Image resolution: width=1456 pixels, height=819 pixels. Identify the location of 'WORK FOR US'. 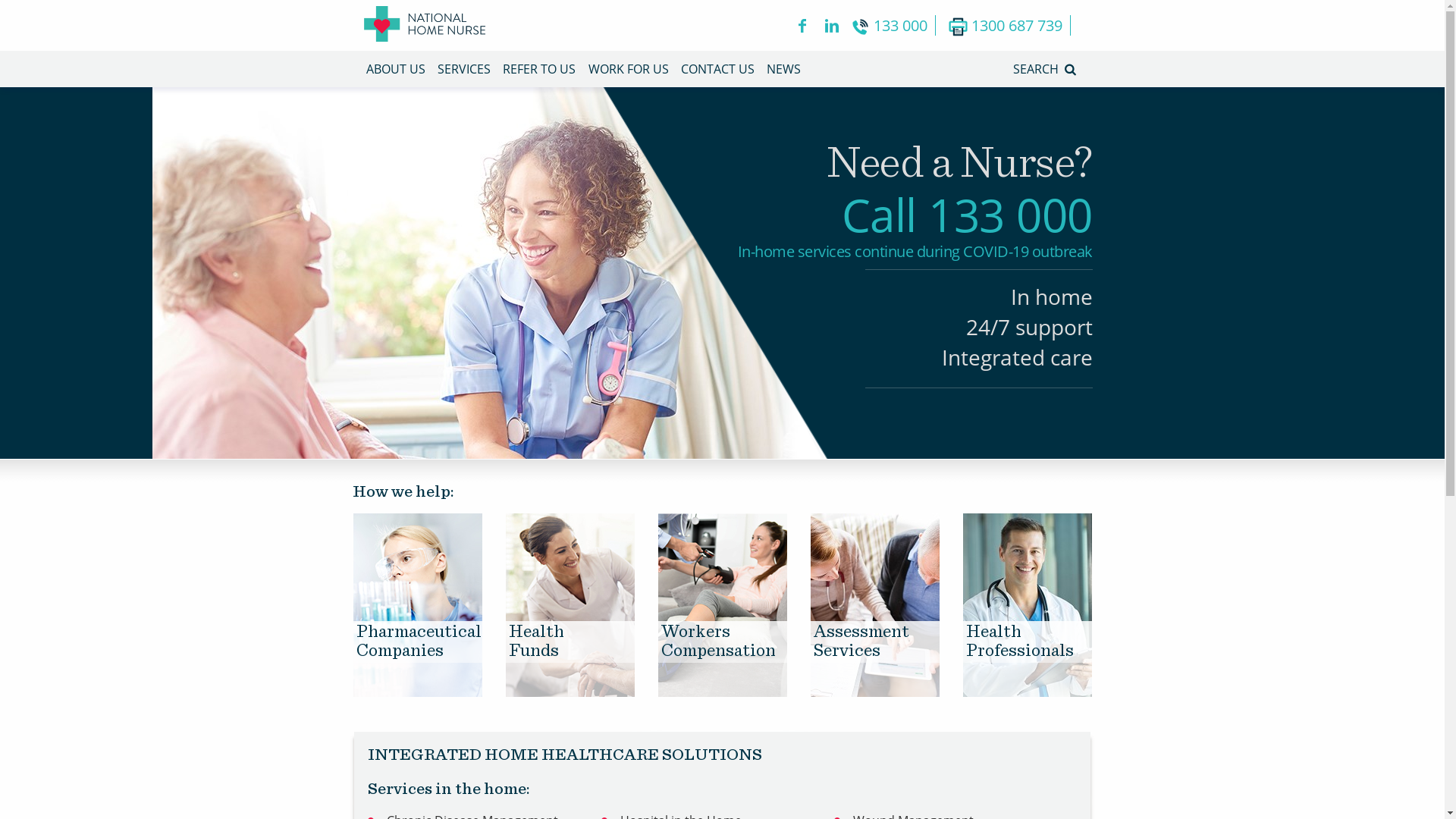
(588, 69).